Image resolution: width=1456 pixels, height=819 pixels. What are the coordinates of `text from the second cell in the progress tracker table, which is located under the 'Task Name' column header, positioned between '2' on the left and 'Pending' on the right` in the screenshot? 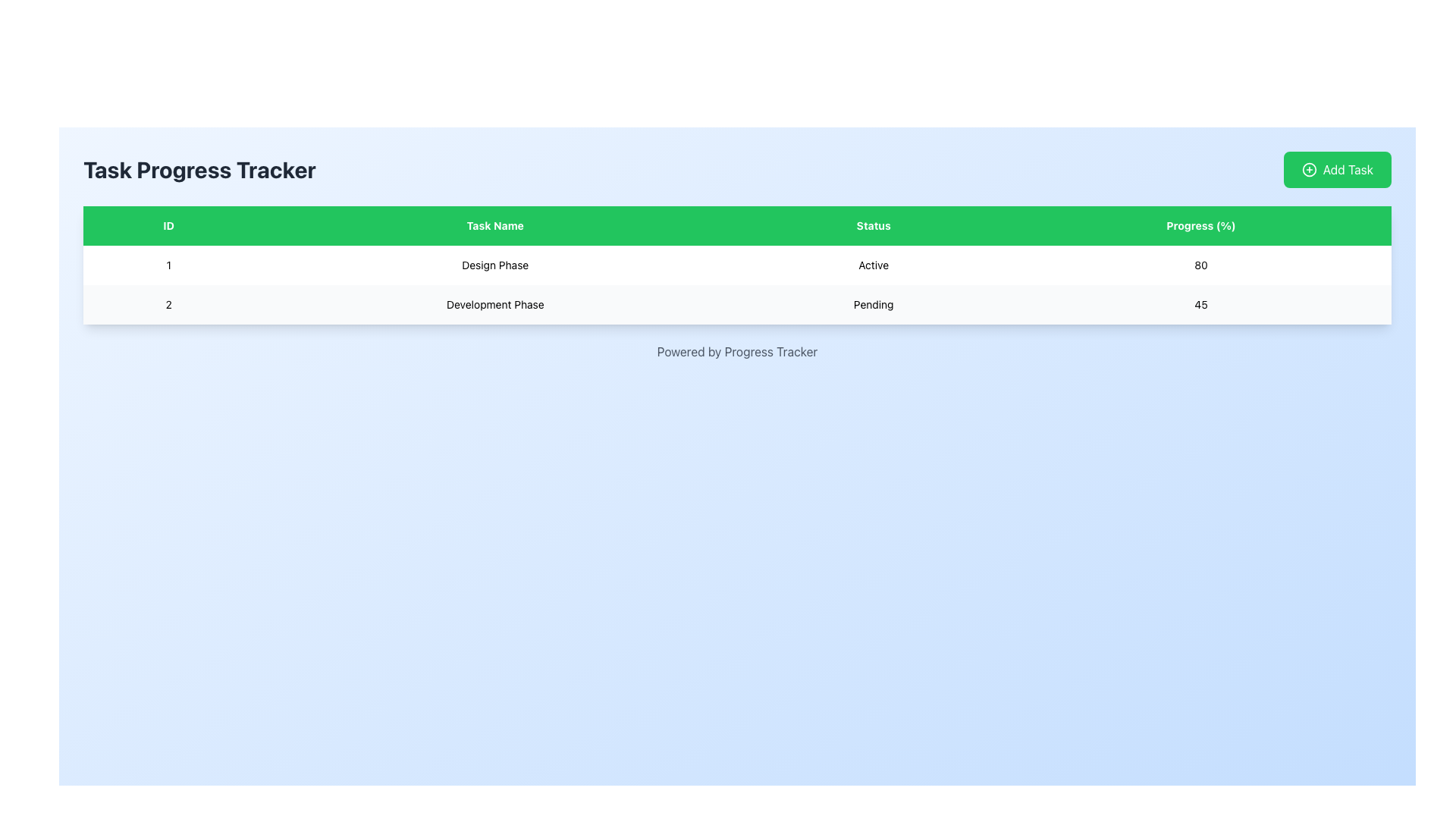 It's located at (495, 304).